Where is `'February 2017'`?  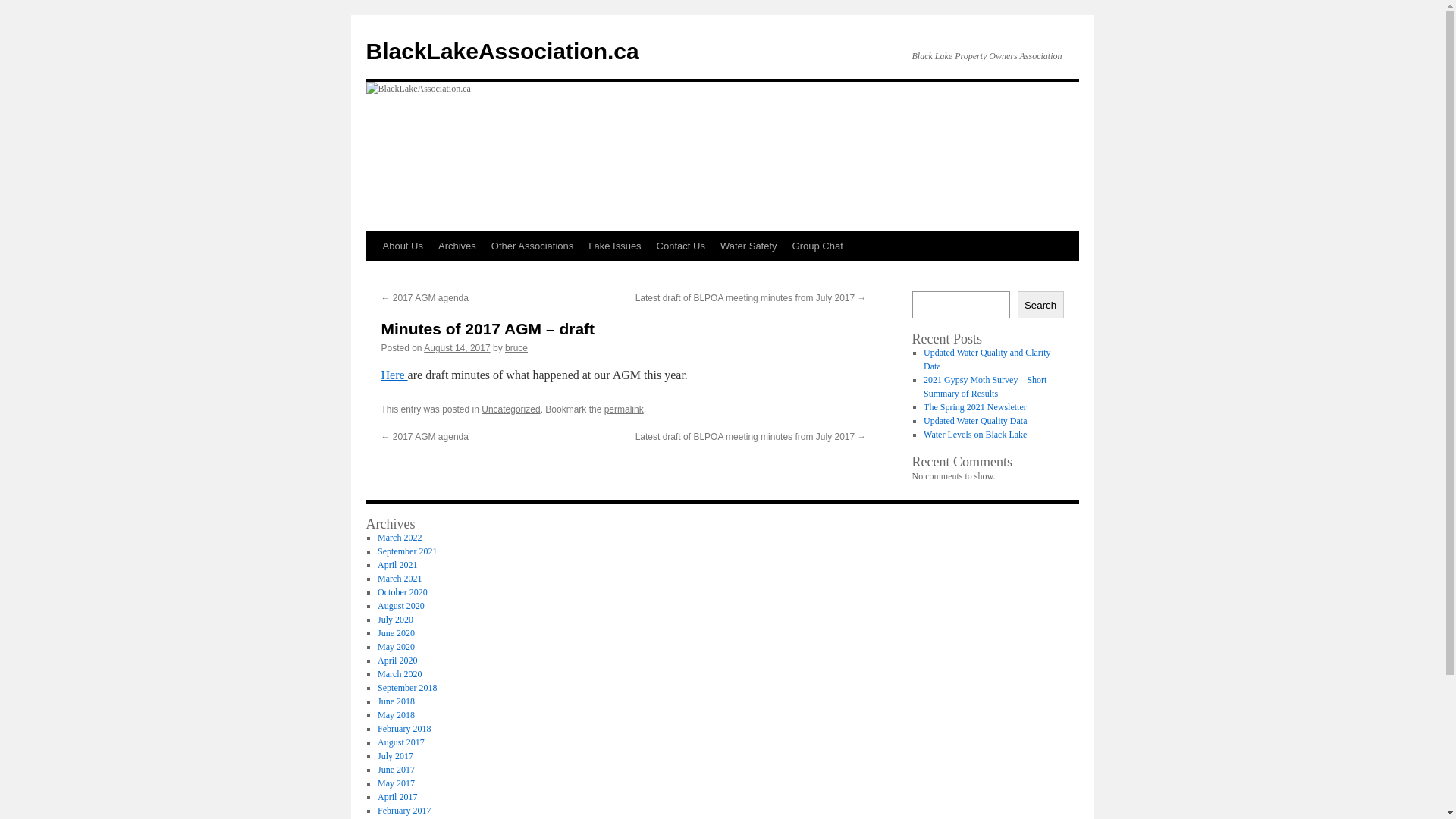
'February 2017' is located at coordinates (403, 809).